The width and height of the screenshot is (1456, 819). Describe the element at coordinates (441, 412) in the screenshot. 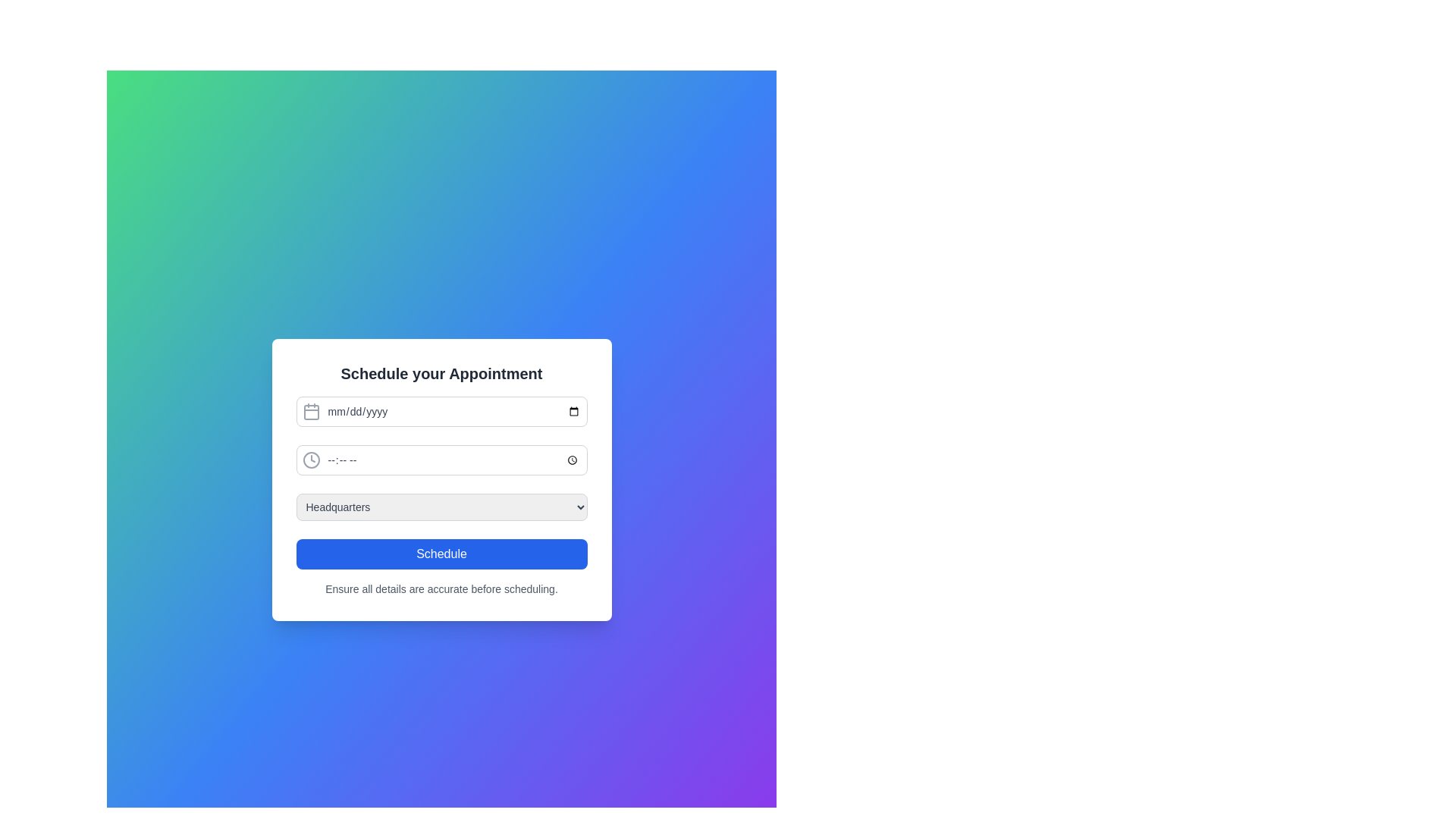

I see `a date from the date input field, which is the first input field in the form section, located above the time input field and the location selector` at that location.